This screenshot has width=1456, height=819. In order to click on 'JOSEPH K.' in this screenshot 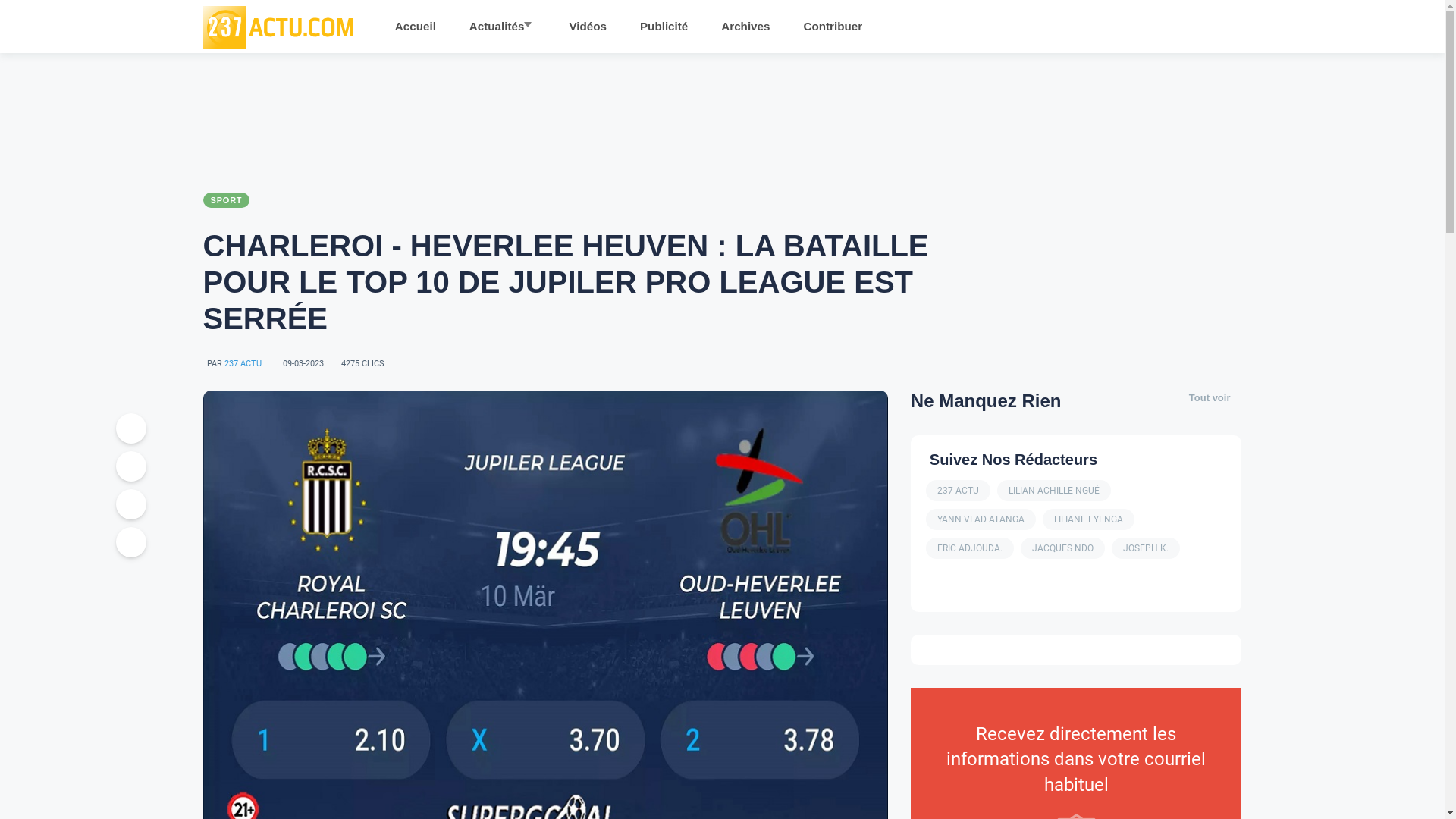, I will do `click(1146, 548)`.